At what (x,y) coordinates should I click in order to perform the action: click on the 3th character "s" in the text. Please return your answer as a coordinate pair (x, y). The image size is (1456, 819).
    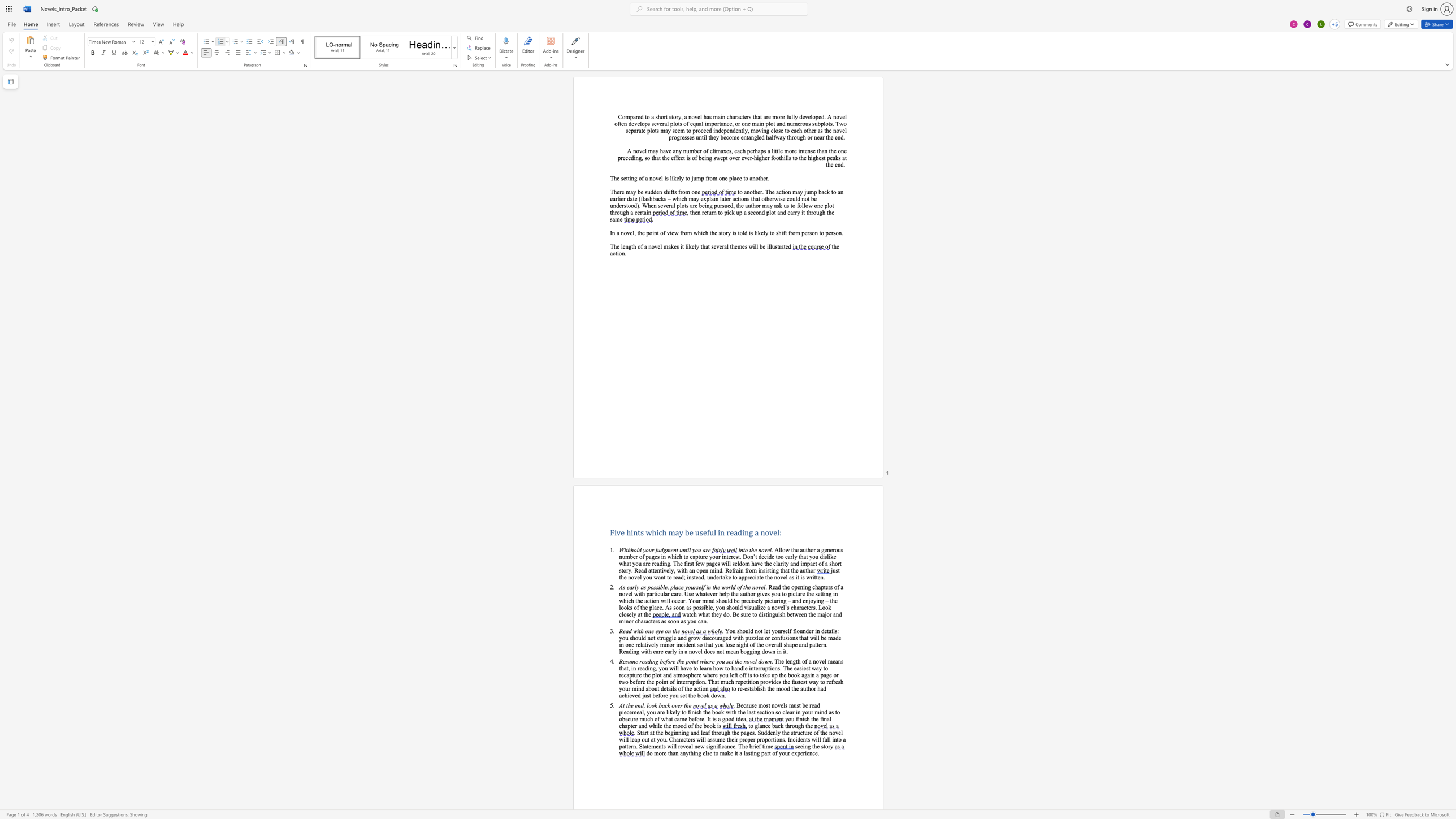
    Looking at the image, I should click on (839, 681).